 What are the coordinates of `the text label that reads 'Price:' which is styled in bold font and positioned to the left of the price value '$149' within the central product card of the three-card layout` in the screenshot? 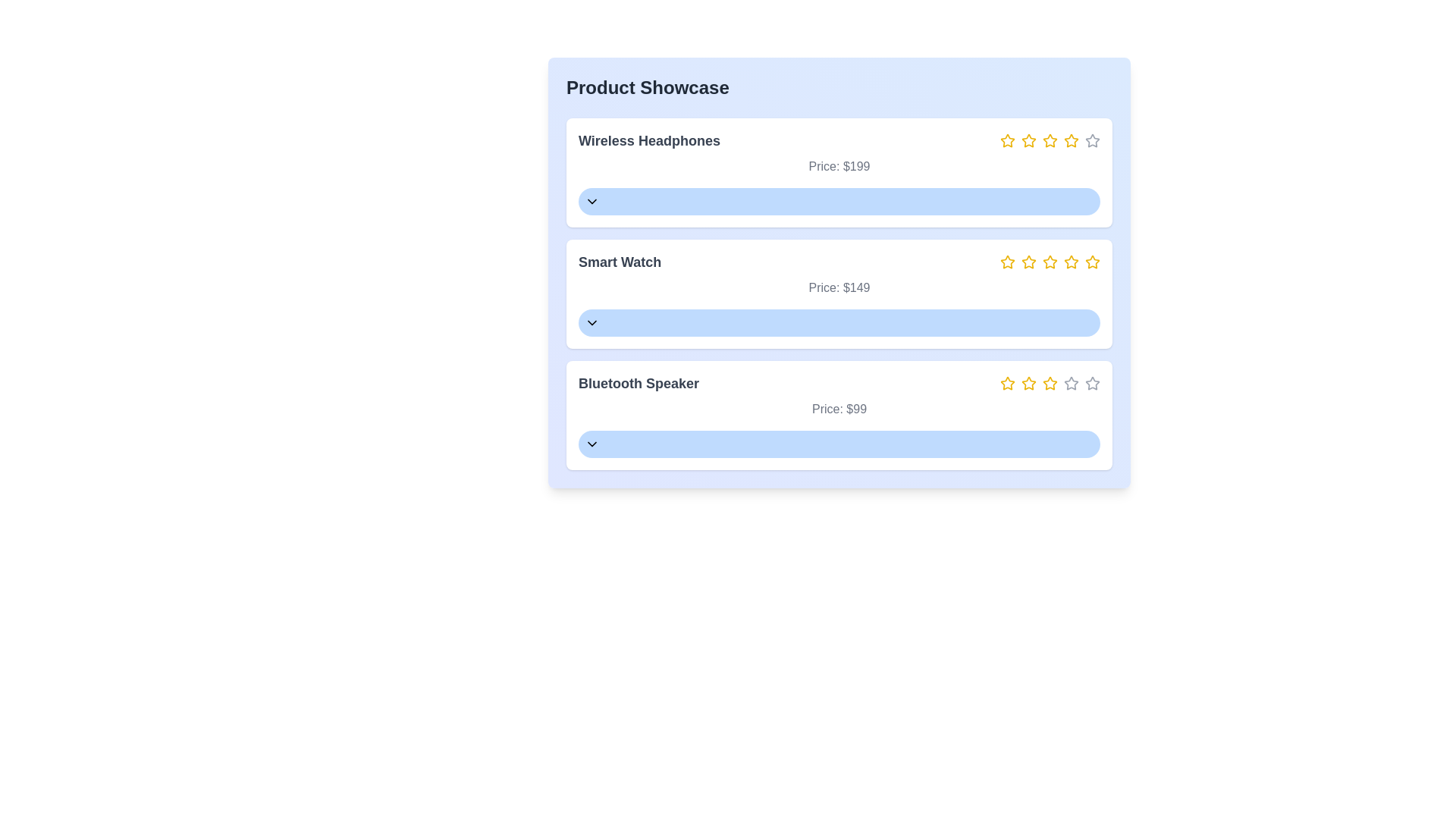 It's located at (823, 287).